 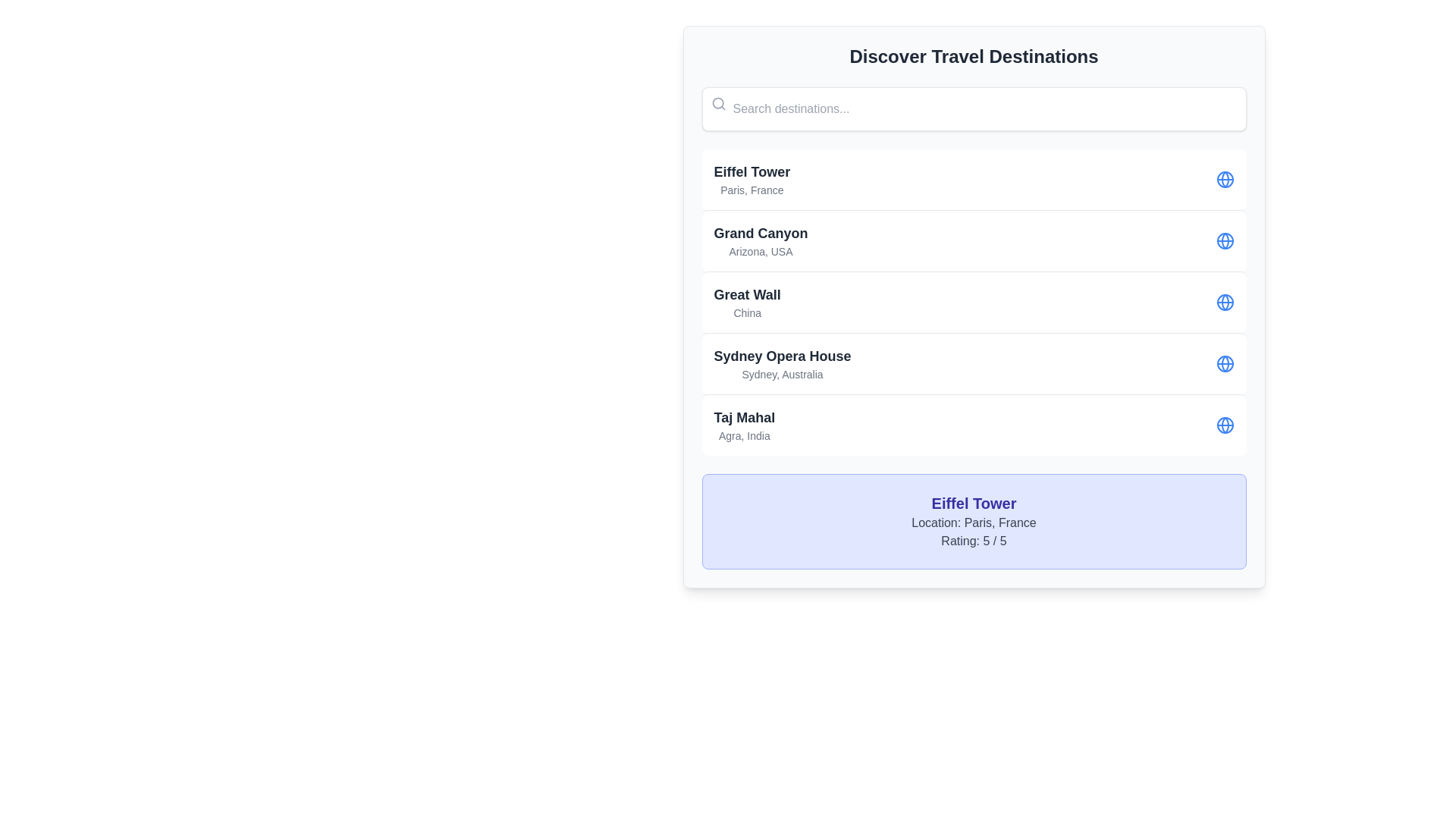 I want to click on the magnifying glass icon located in the top-left corner of the search input field labeled 'Search destinations...' to initiate a search, so click(x=717, y=103).